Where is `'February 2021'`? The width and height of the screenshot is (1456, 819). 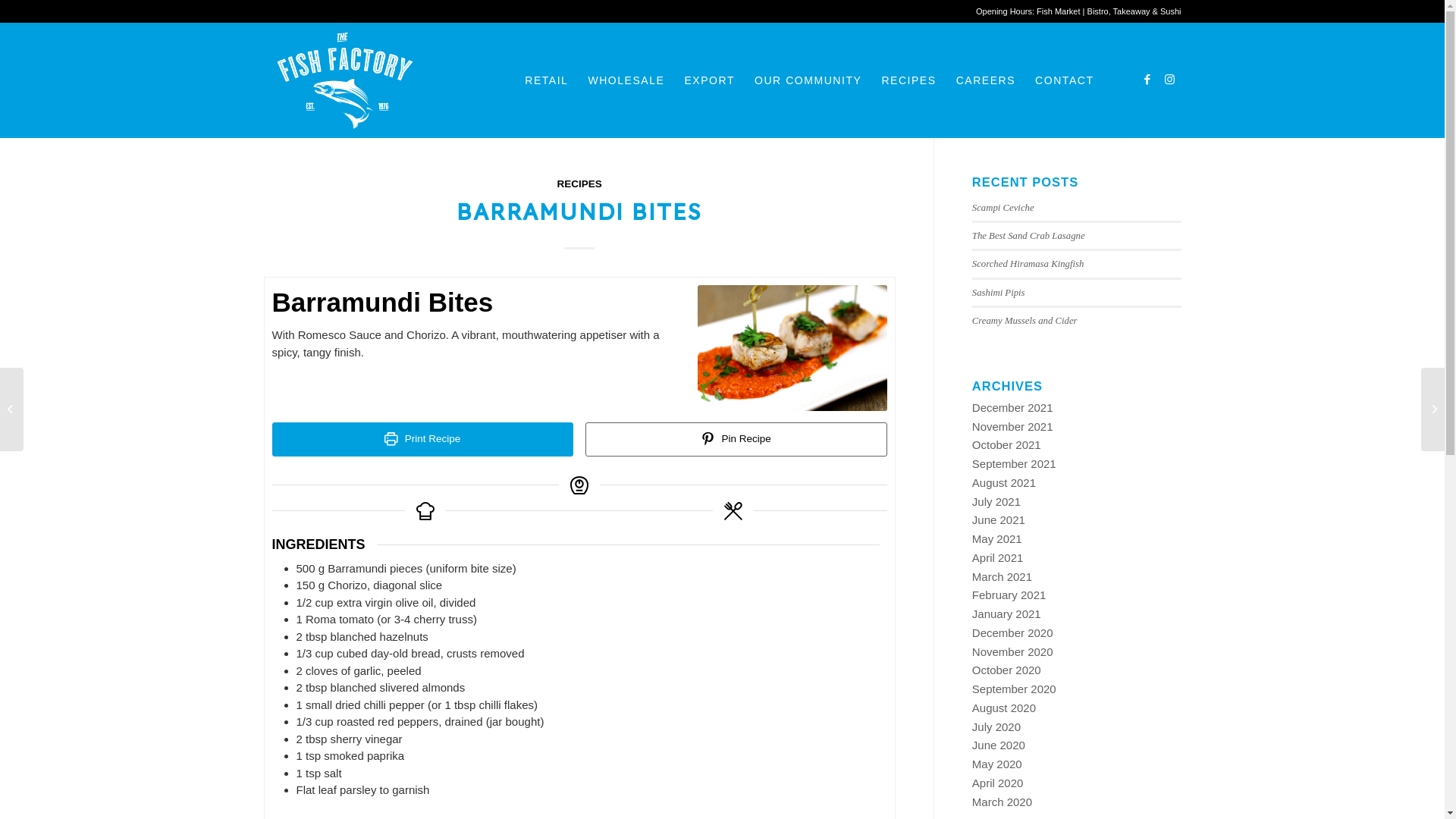 'February 2021' is located at coordinates (1009, 594).